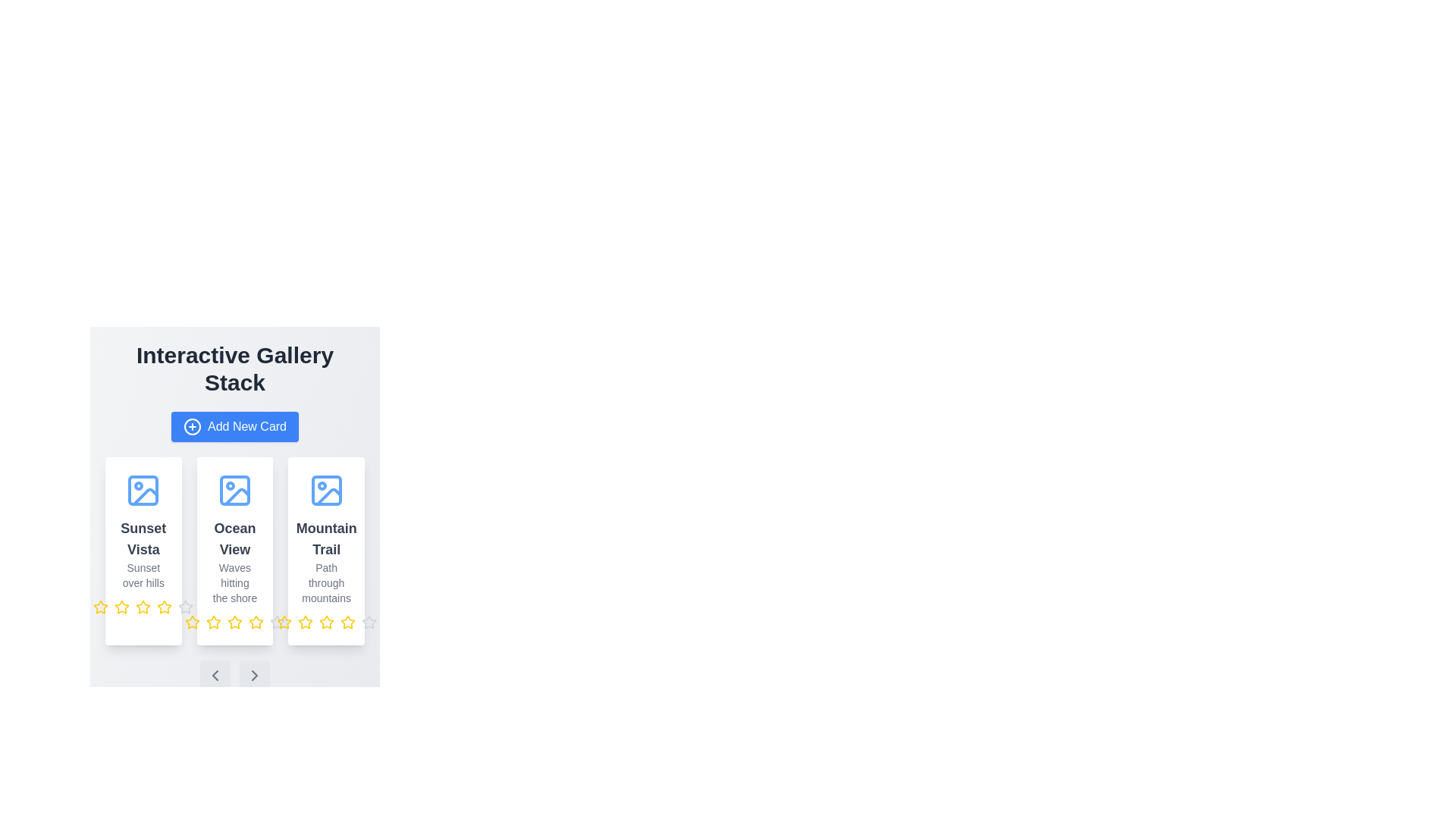 The width and height of the screenshot is (1456, 819). I want to click on the seventh yellow star icon with a hollow center below the 'Mountain Trail' card in the 'Interactive Gallery Stack', so click(347, 623).